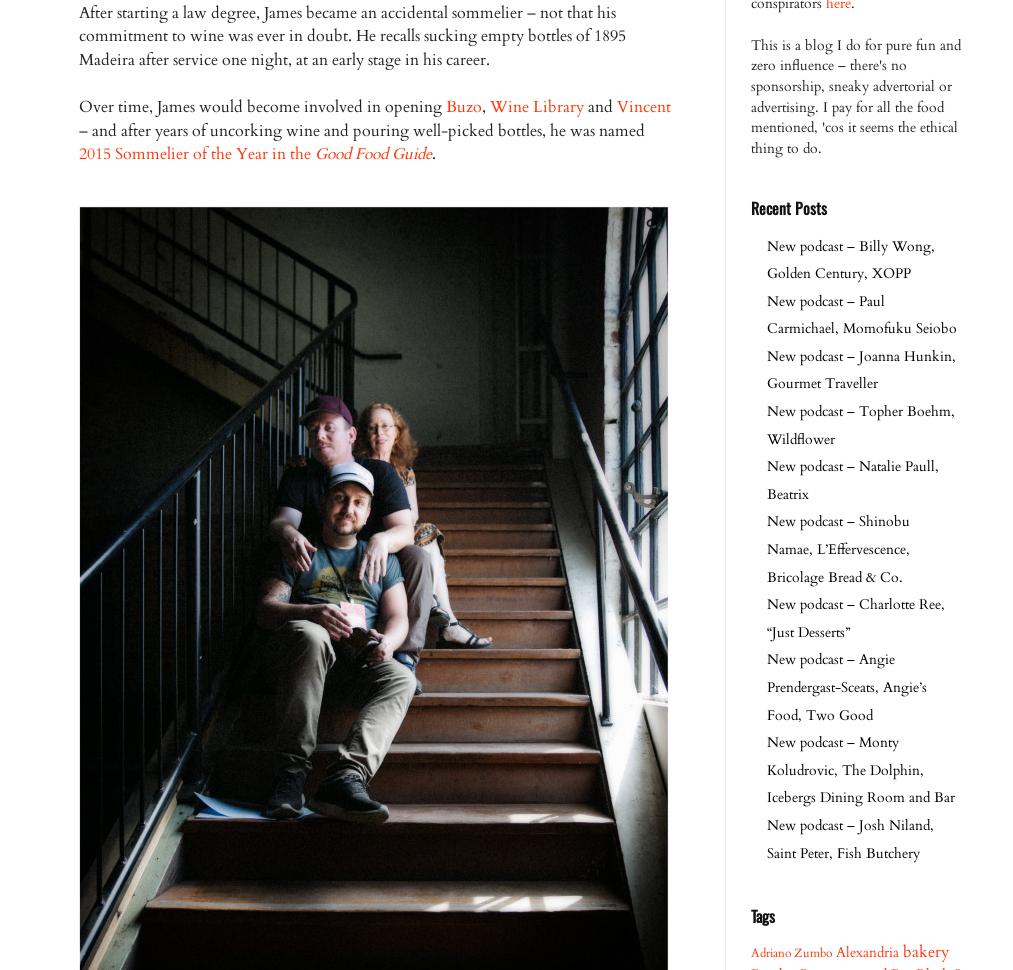 This screenshot has width=1013, height=970. I want to click on 'New podcast – Shinobu Namae, L’Effervescence, Bricolage Bread & Co.', so click(767, 548).